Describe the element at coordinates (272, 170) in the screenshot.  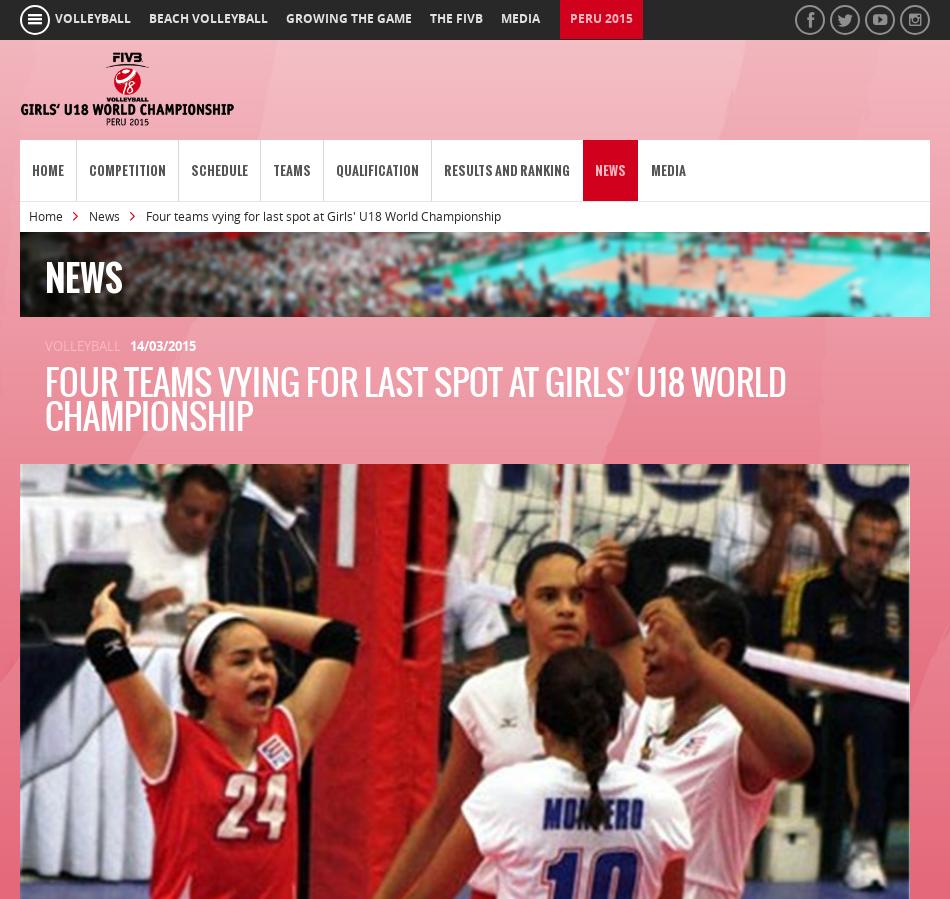
I see `'Teams'` at that location.